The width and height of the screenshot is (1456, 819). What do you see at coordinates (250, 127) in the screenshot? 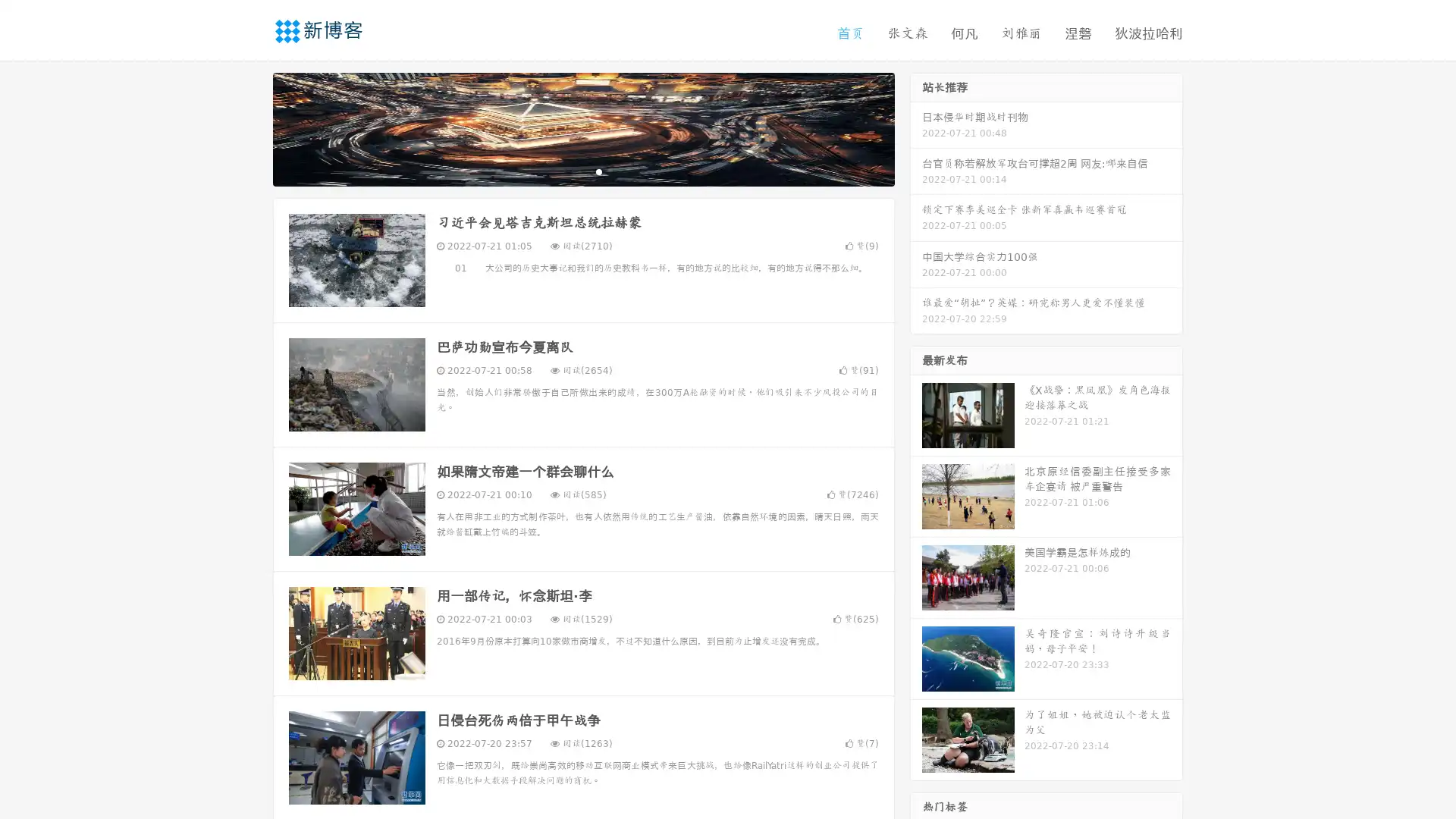
I see `Previous slide` at bounding box center [250, 127].